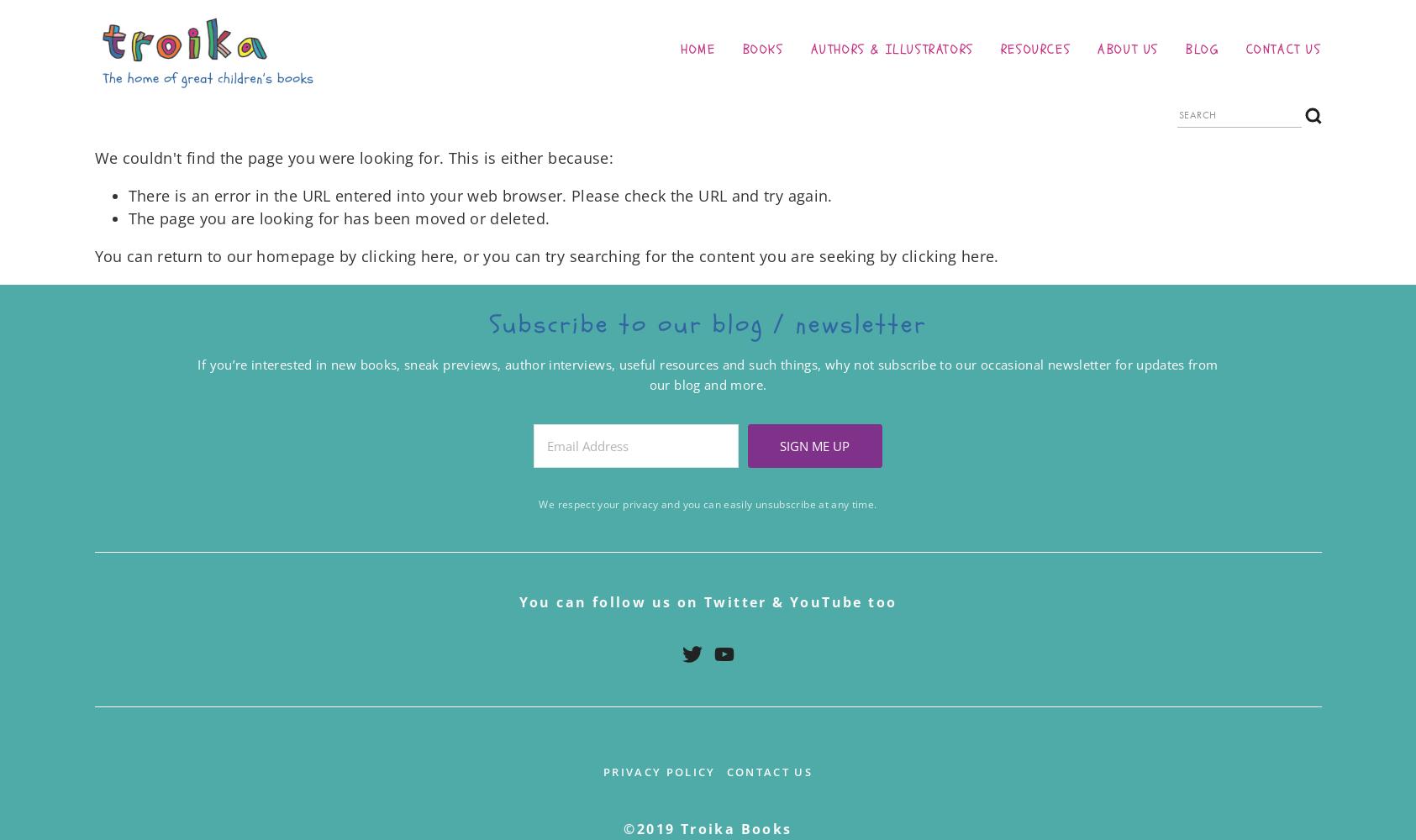 The width and height of the screenshot is (1416, 840). What do you see at coordinates (769, 771) in the screenshot?
I see `'Contact Us'` at bounding box center [769, 771].